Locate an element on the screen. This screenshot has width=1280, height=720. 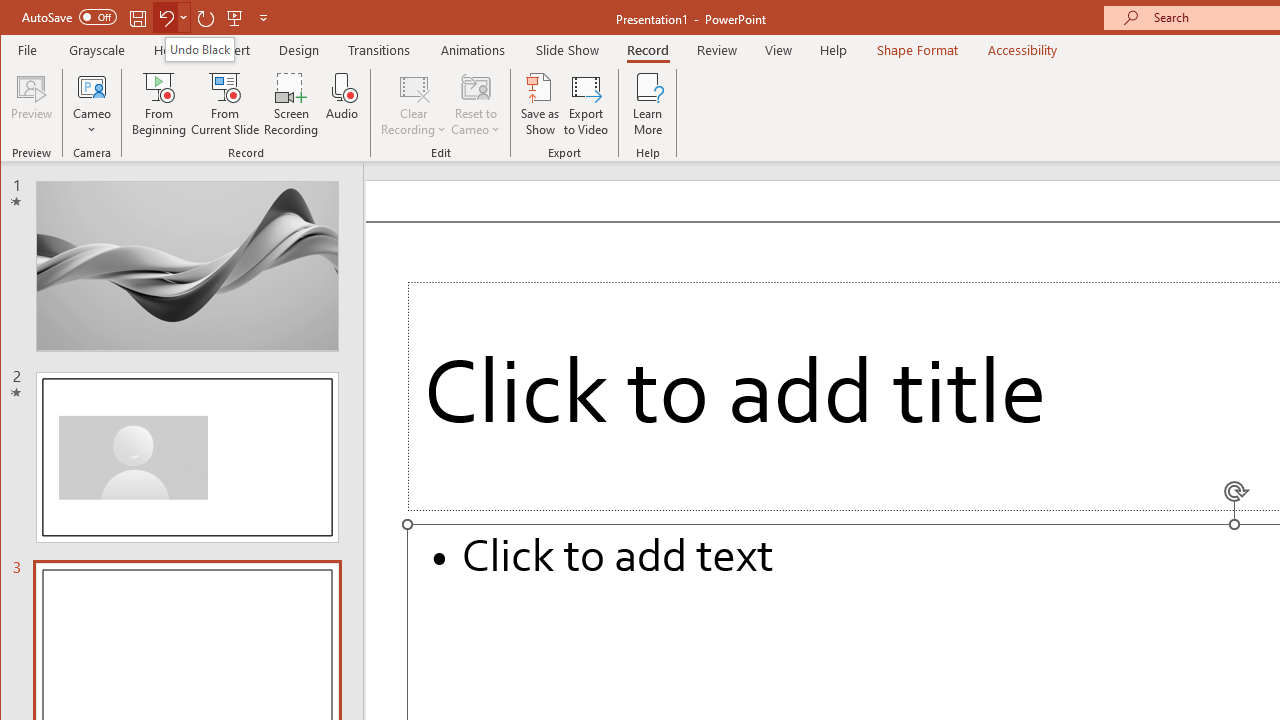
'Learn More' is located at coordinates (648, 104).